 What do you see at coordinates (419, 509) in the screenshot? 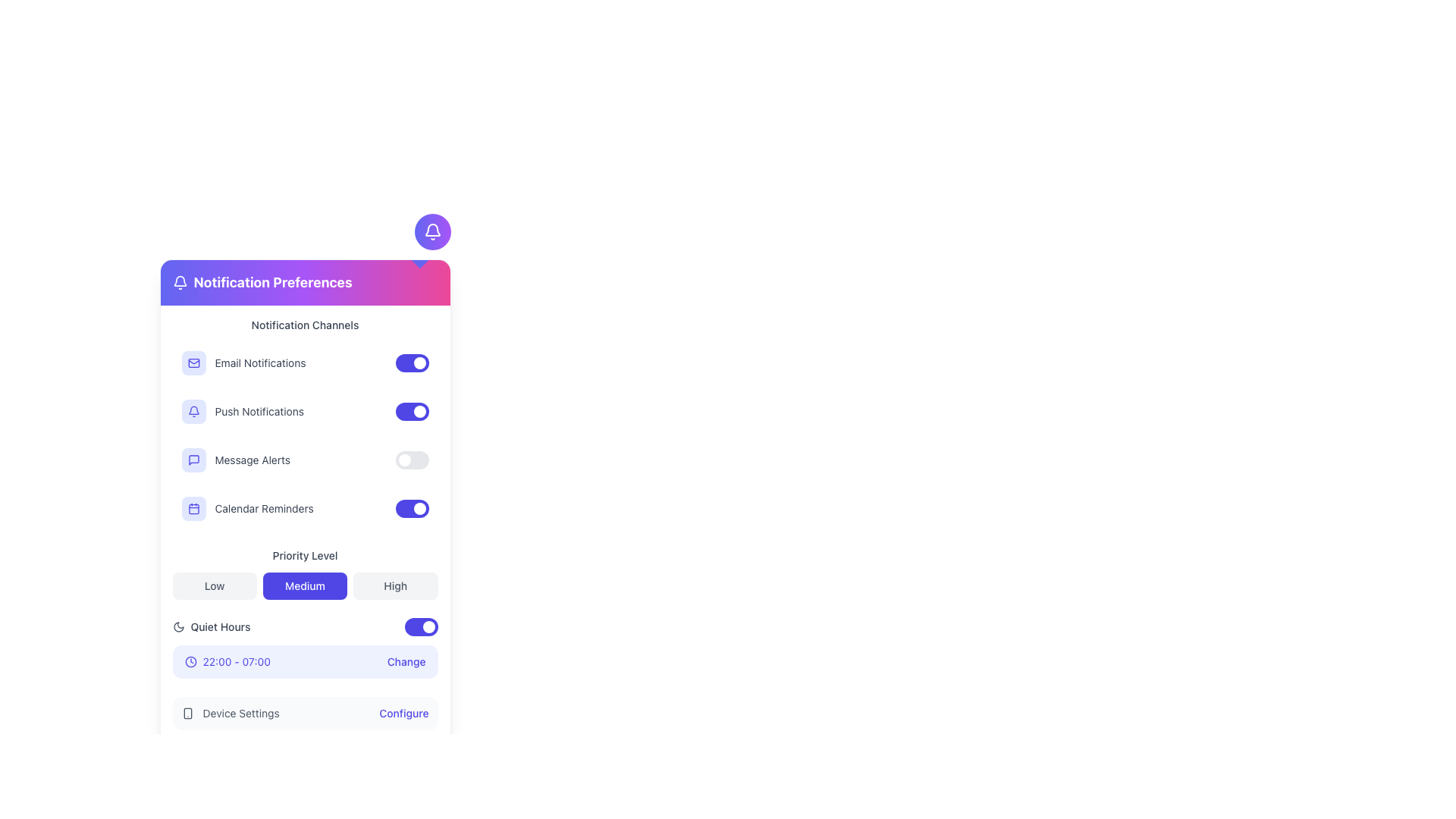
I see `the circular toggle indicator with a white color in the 'Push Notifications' section of the 'Notification Preferences' layout` at bounding box center [419, 509].